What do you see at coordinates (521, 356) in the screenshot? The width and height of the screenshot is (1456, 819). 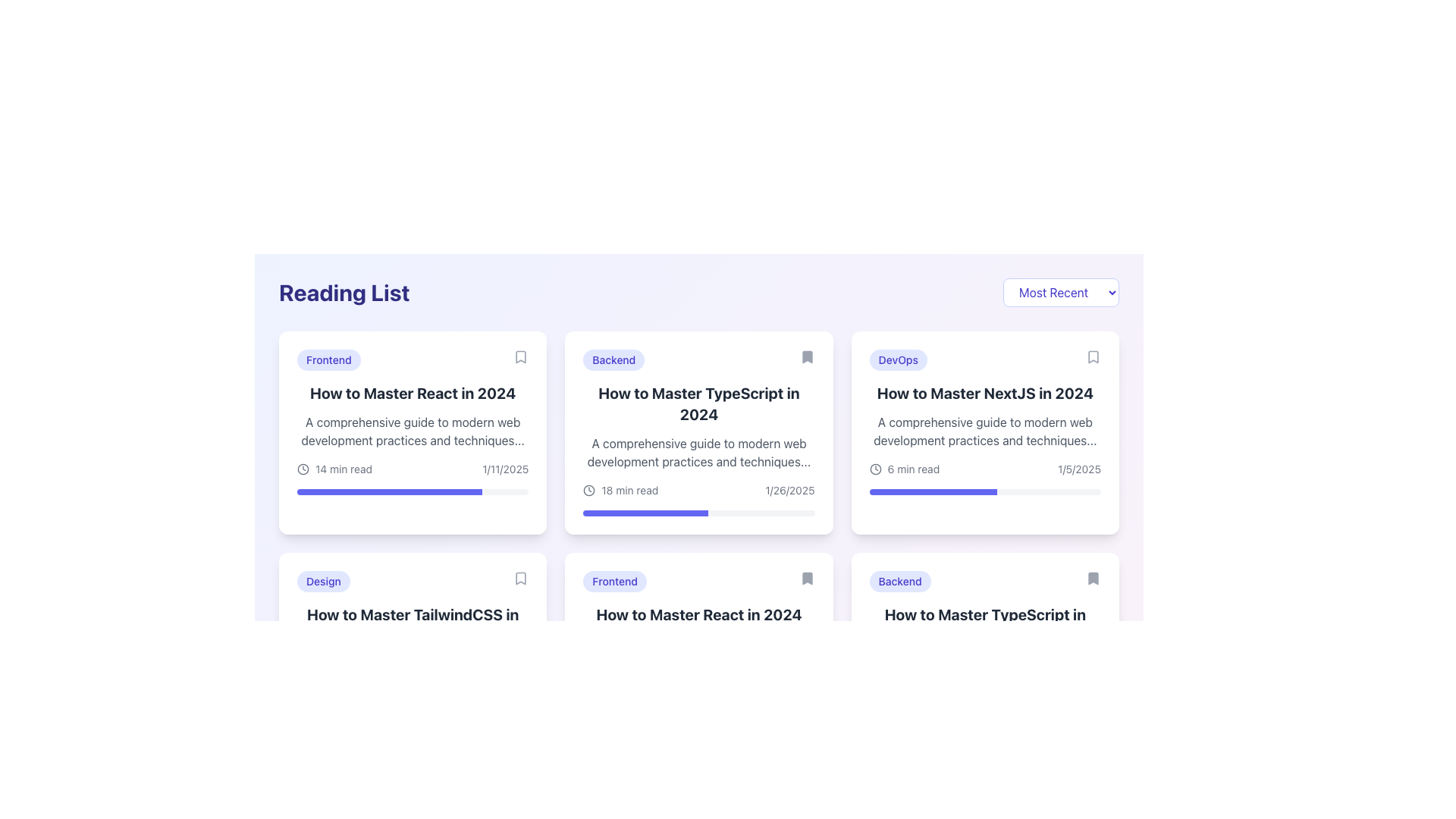 I see `the bookmark icon located at the top-right corner of the 'How to Master React in 2024' card in the 'Reading List' section` at bounding box center [521, 356].